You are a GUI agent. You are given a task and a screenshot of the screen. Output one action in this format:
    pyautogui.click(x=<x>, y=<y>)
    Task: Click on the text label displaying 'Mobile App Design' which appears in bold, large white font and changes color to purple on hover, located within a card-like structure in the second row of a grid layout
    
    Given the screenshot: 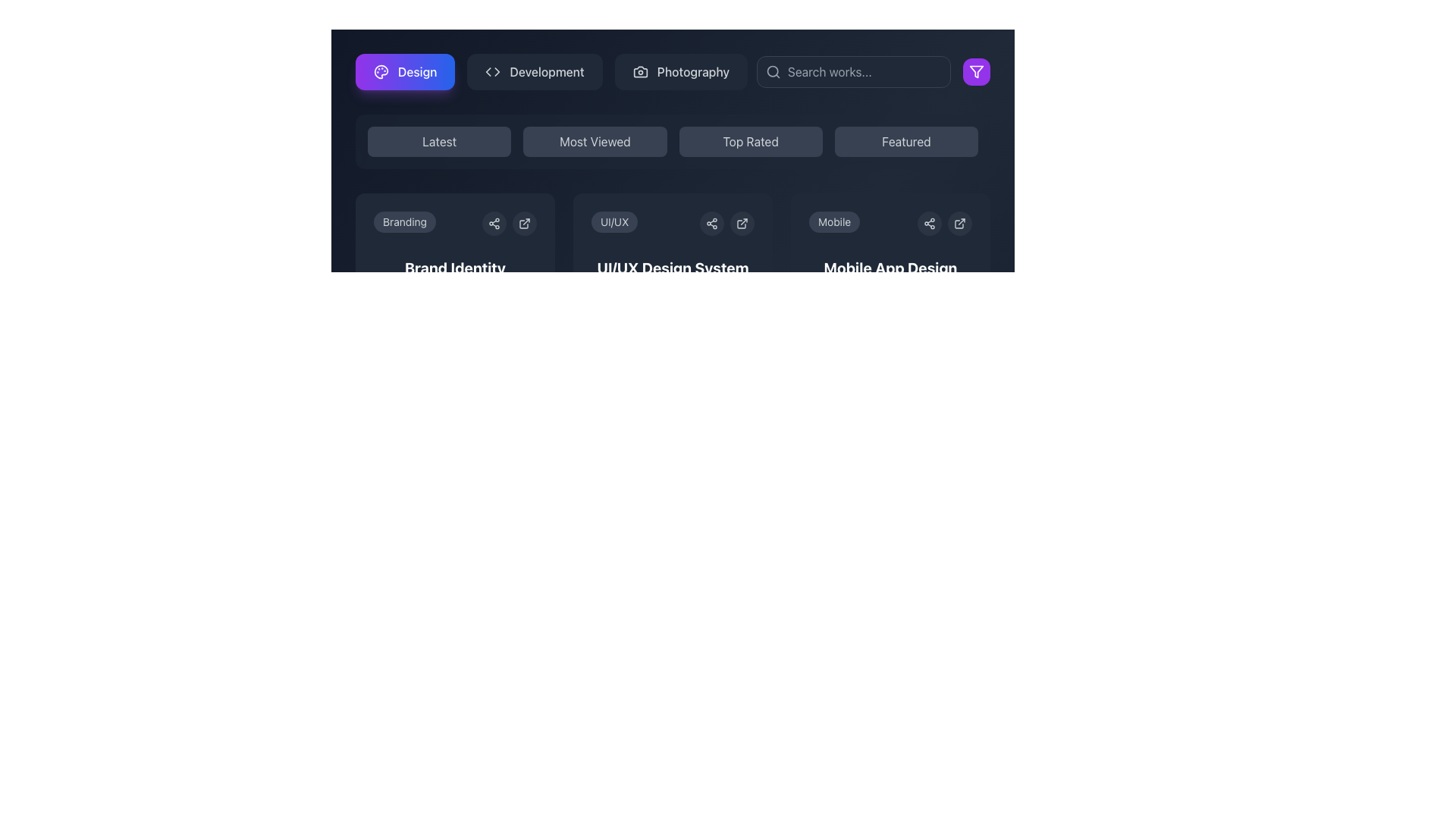 What is the action you would take?
    pyautogui.click(x=890, y=268)
    